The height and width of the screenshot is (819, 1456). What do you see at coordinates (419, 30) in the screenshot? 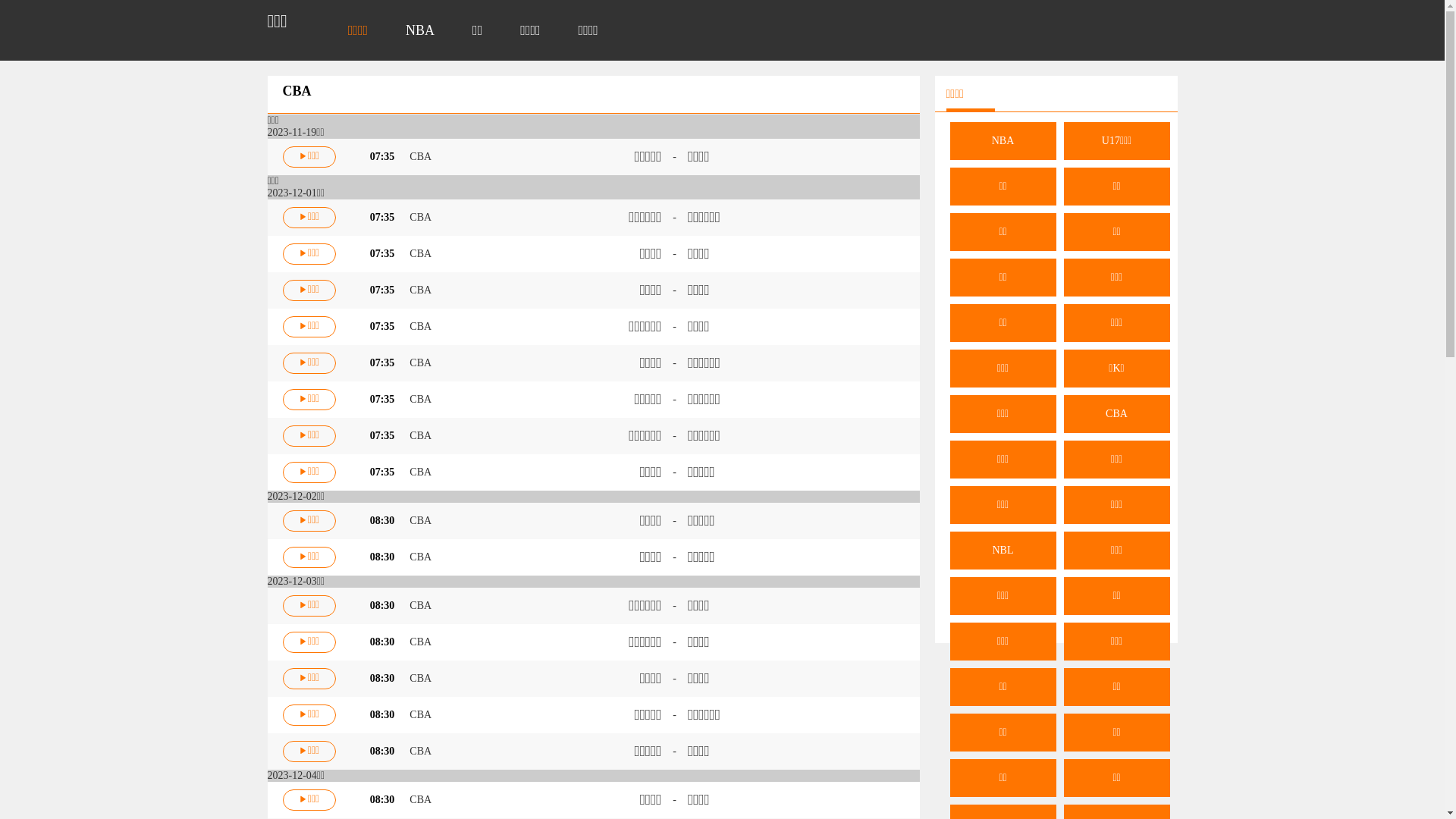
I see `'NBA'` at bounding box center [419, 30].